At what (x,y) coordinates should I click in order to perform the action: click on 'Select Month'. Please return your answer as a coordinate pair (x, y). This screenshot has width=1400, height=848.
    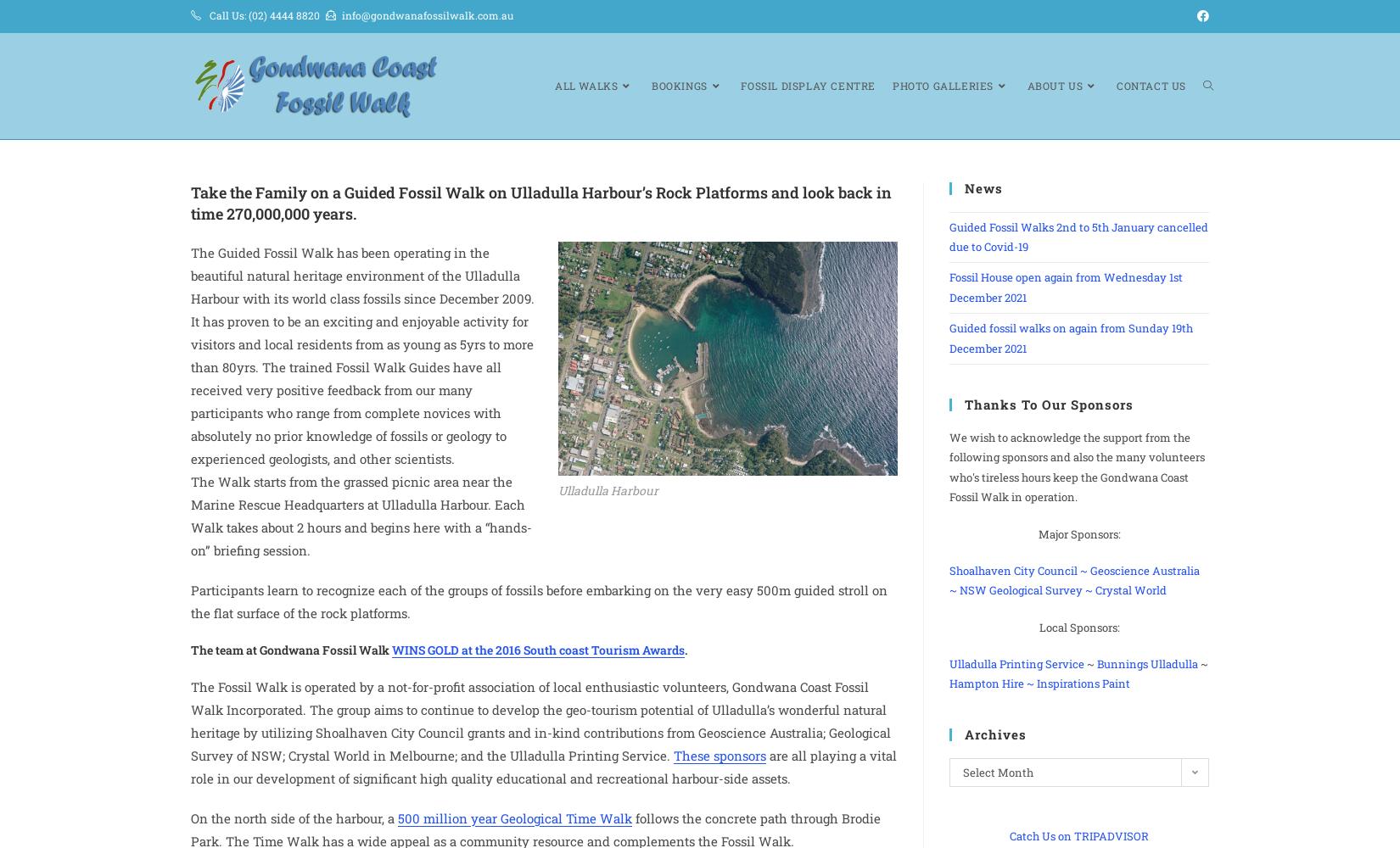
    Looking at the image, I should click on (998, 772).